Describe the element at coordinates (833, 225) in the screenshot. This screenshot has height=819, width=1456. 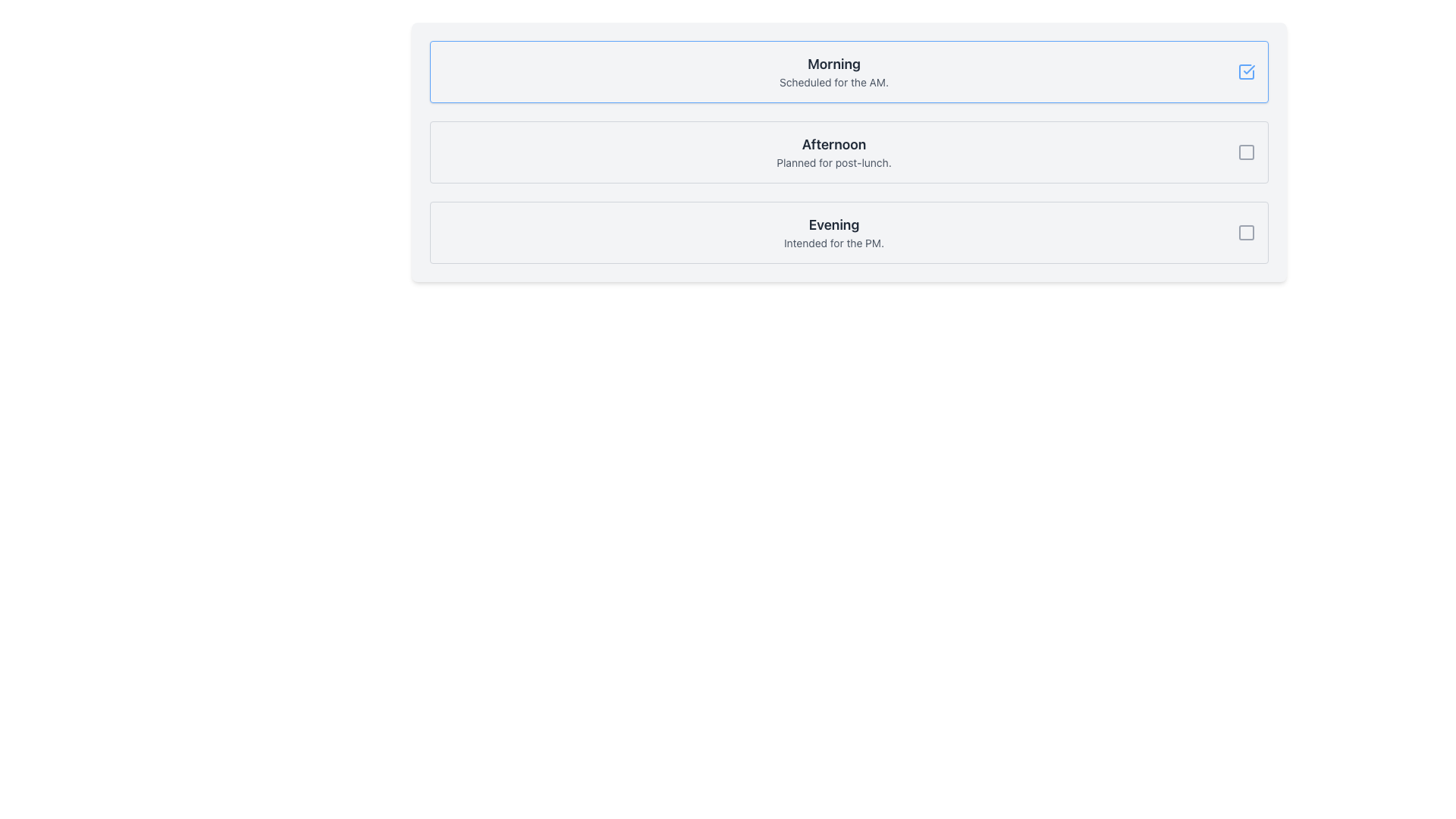
I see `the text label styled as a heading, which serves as a title summarizing the evening content in the third section of a vertically stacked list` at that location.